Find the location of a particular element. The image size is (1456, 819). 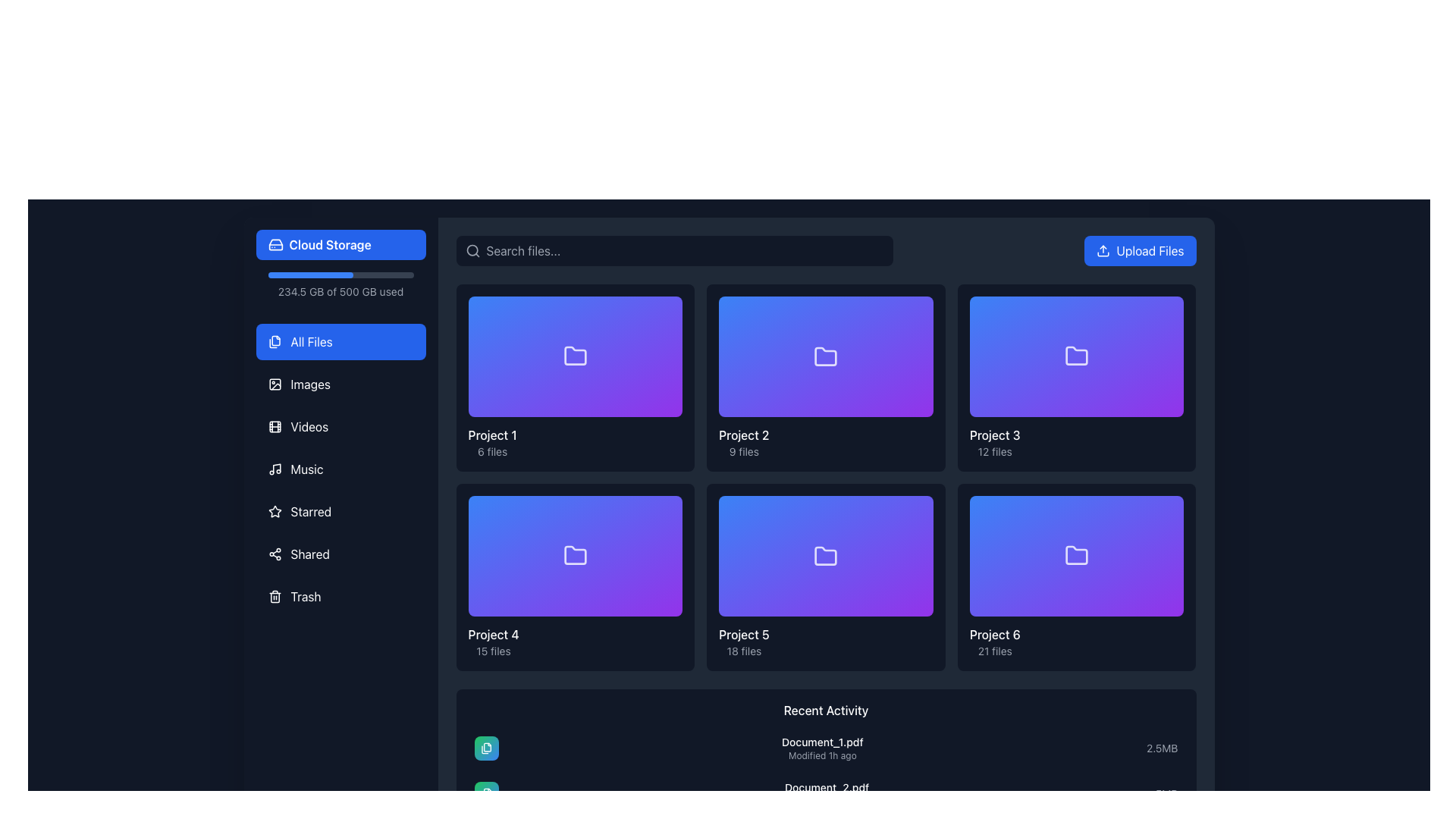

the icon representing an image or picture, which is located directly to the left of the 'Images' text label in the vertical navigation menu is located at coordinates (275, 383).